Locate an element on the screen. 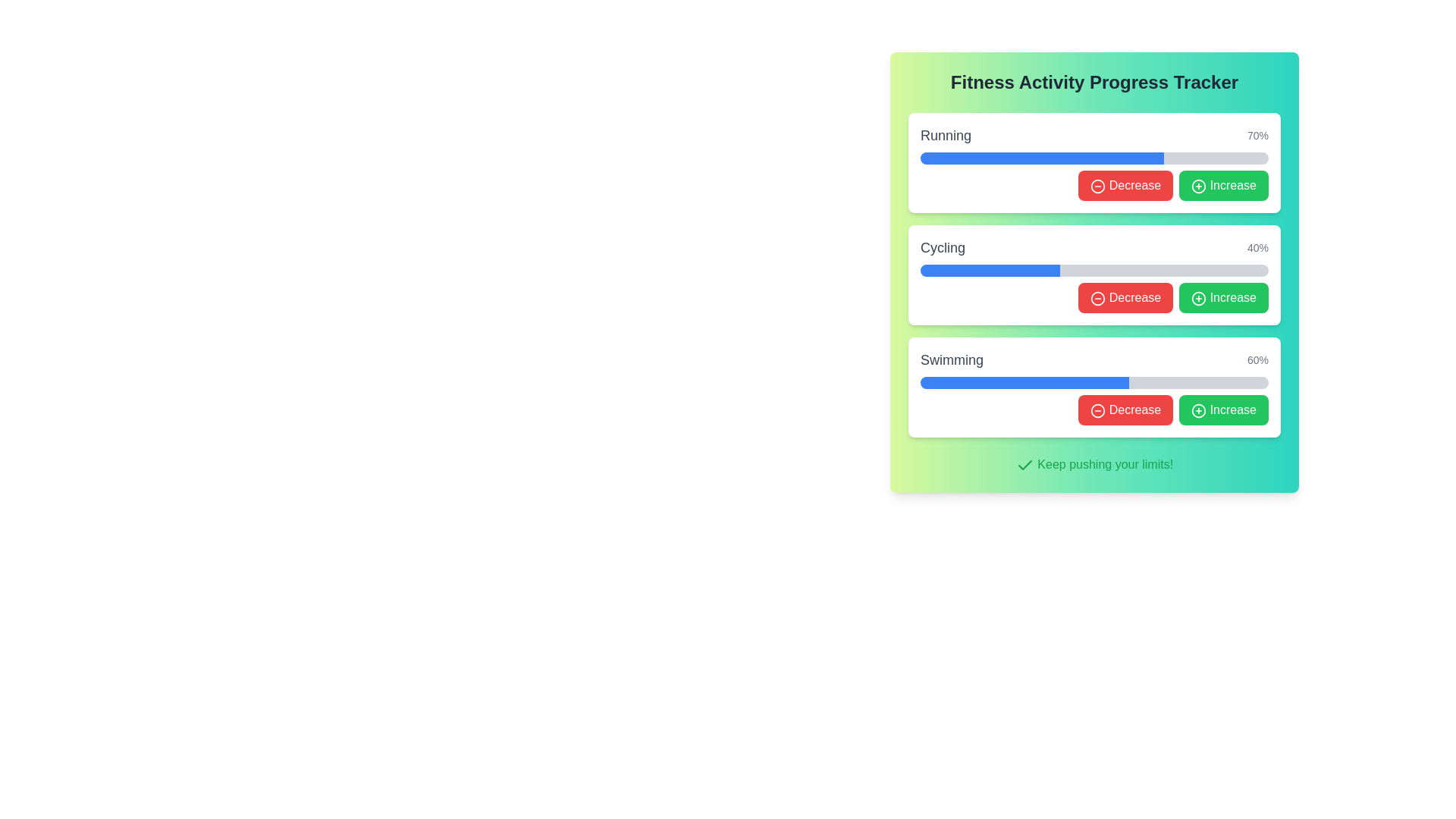 Image resolution: width=1456 pixels, height=819 pixels. the progress bar's representation, which visually indicates the completion level of the 'Cycling' activity within the second progress tracker is located at coordinates (990, 270).